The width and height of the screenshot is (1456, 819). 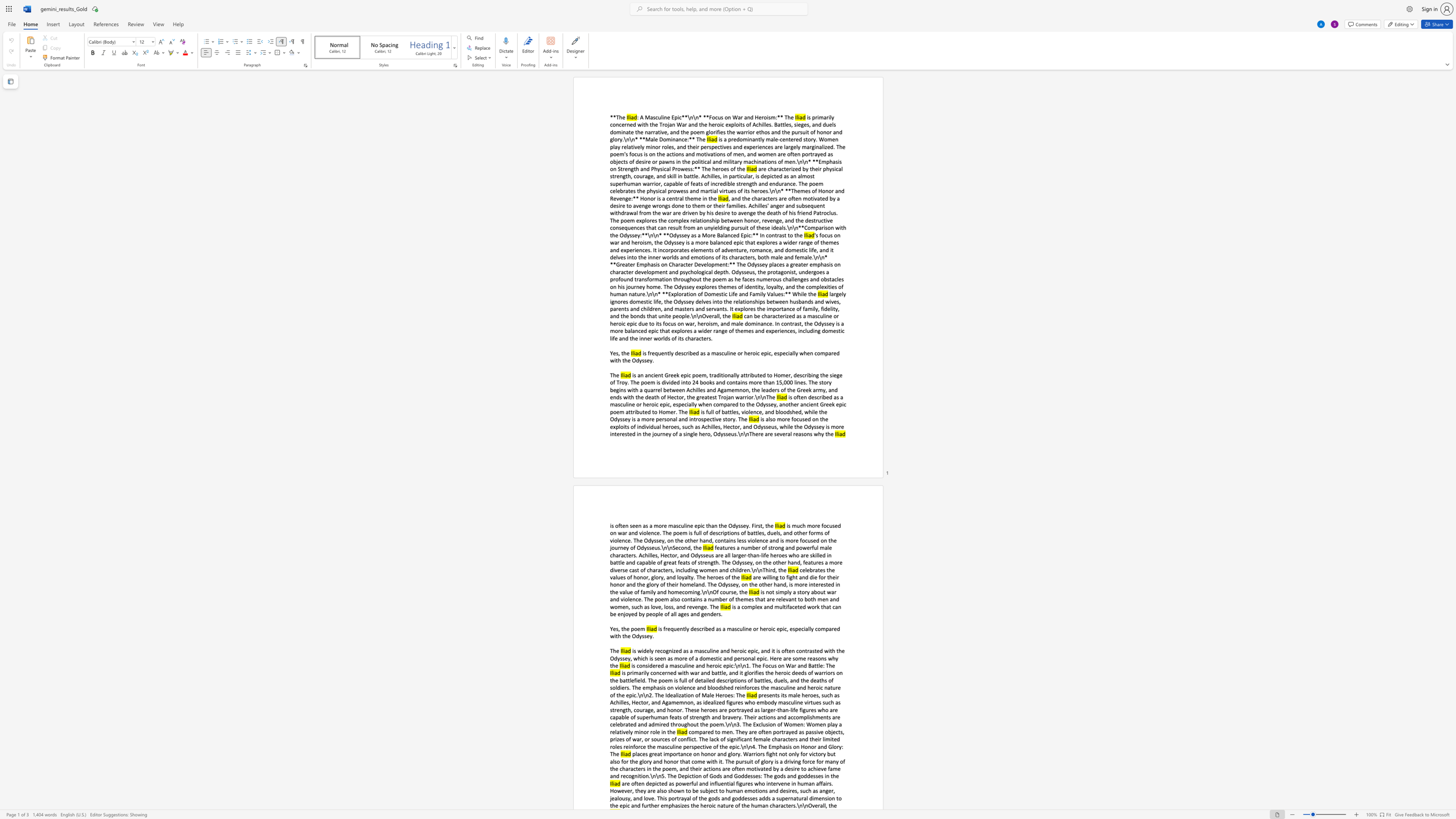 What do you see at coordinates (696, 629) in the screenshot?
I see `the subset text "scribed as a ma" within the text "is frequently described as a masculine or heroic epic, especially compared with the Odyssey."` at bounding box center [696, 629].